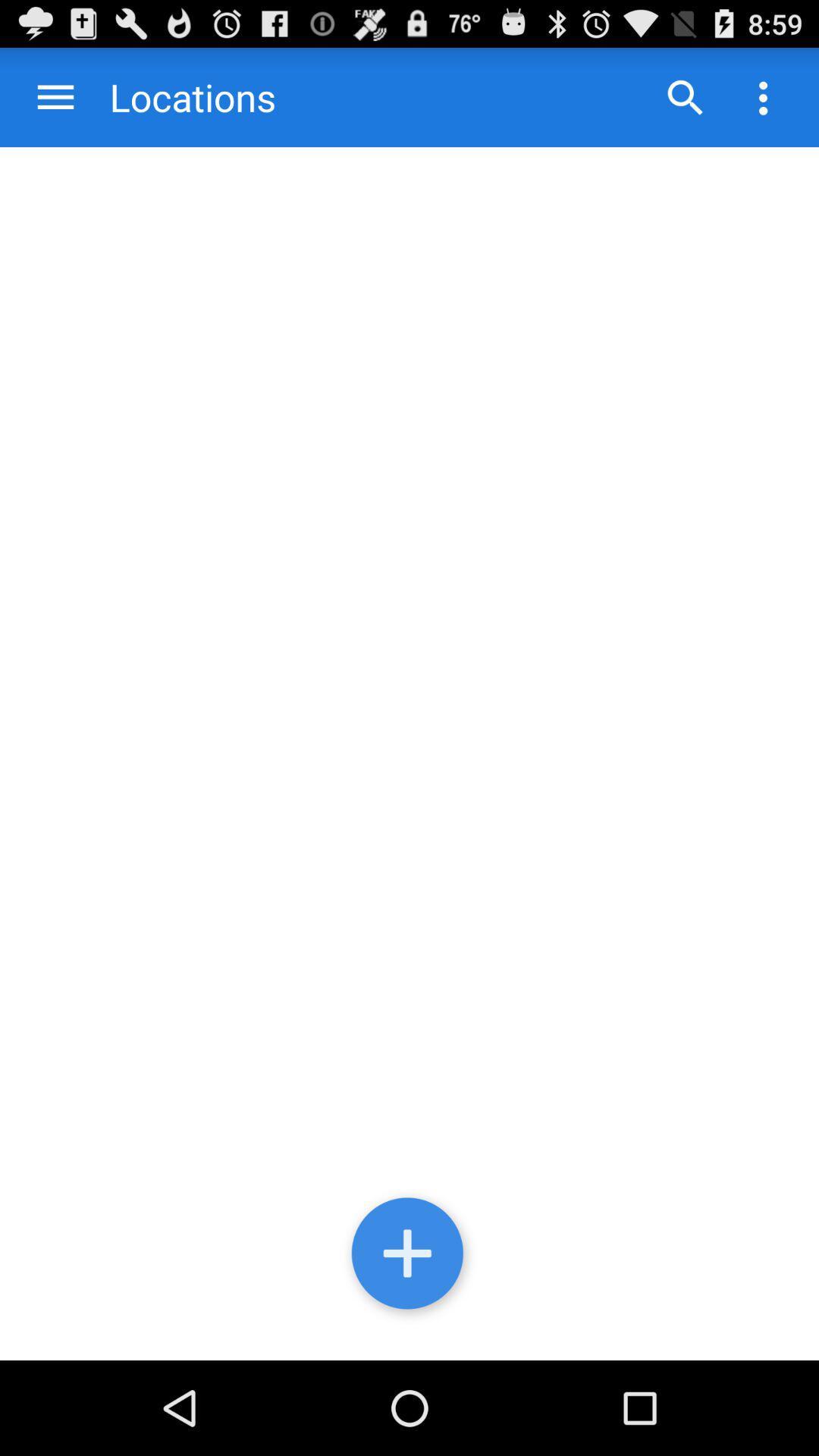 This screenshot has width=819, height=1456. What do you see at coordinates (55, 103) in the screenshot?
I see `the menu icon` at bounding box center [55, 103].